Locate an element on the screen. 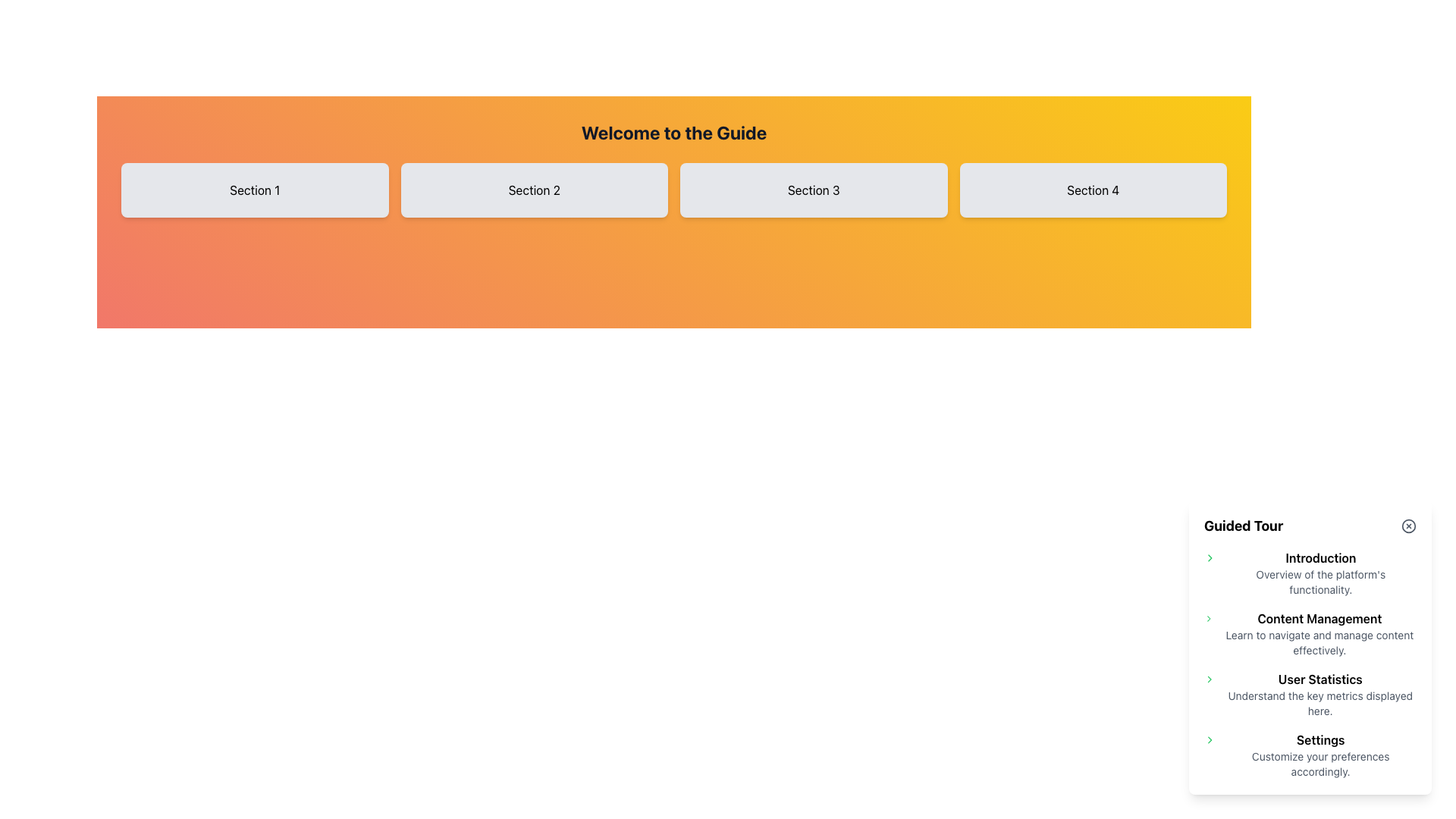 The width and height of the screenshot is (1456, 819). text label displaying 'Settings' which is a bold dark-colored label located in the 'Guided Tour' card below 'User Statistics' is located at coordinates (1319, 739).